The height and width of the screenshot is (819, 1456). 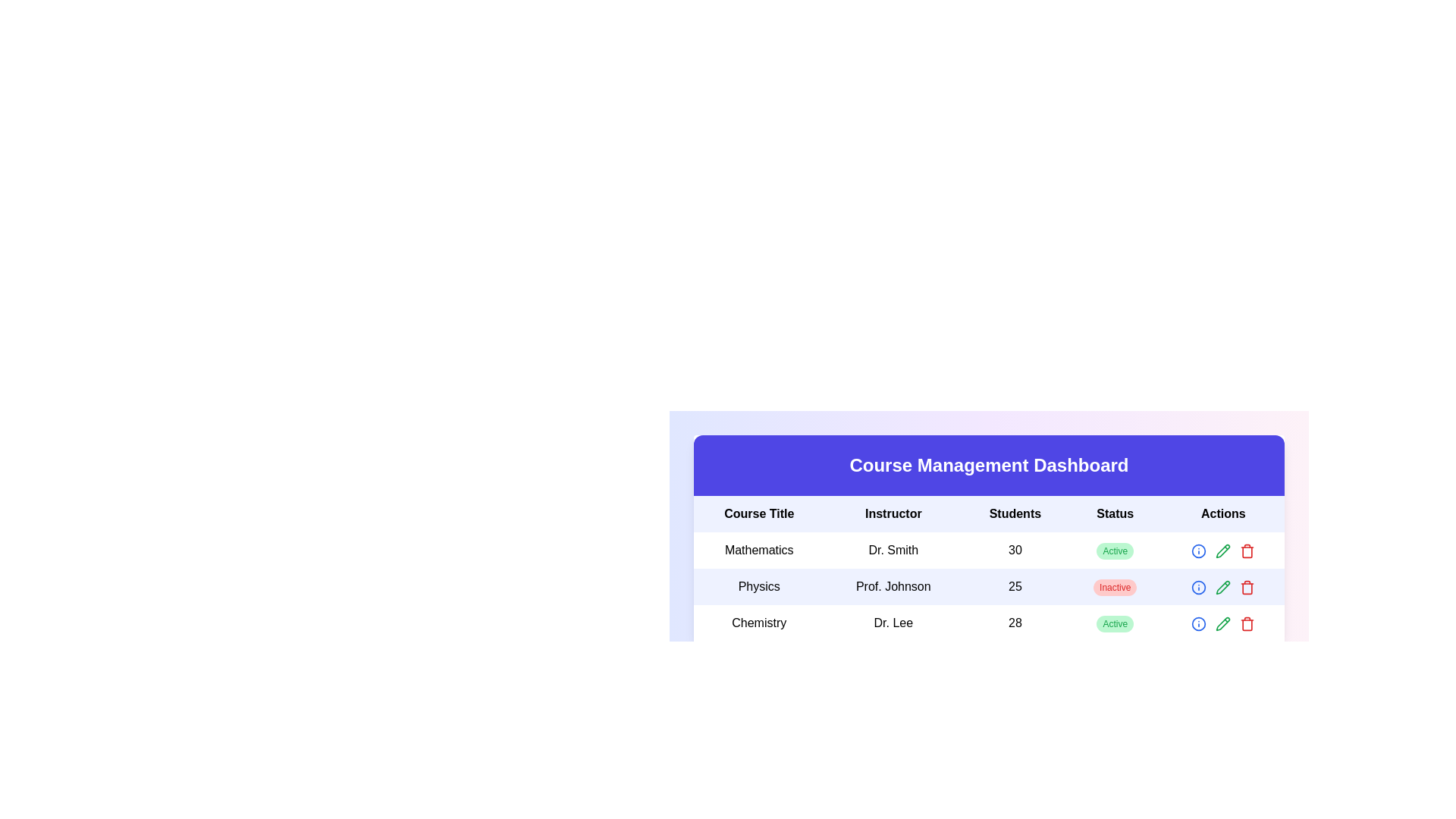 I want to click on the third cell in the 'Physics' row of the table, so click(x=1015, y=586).